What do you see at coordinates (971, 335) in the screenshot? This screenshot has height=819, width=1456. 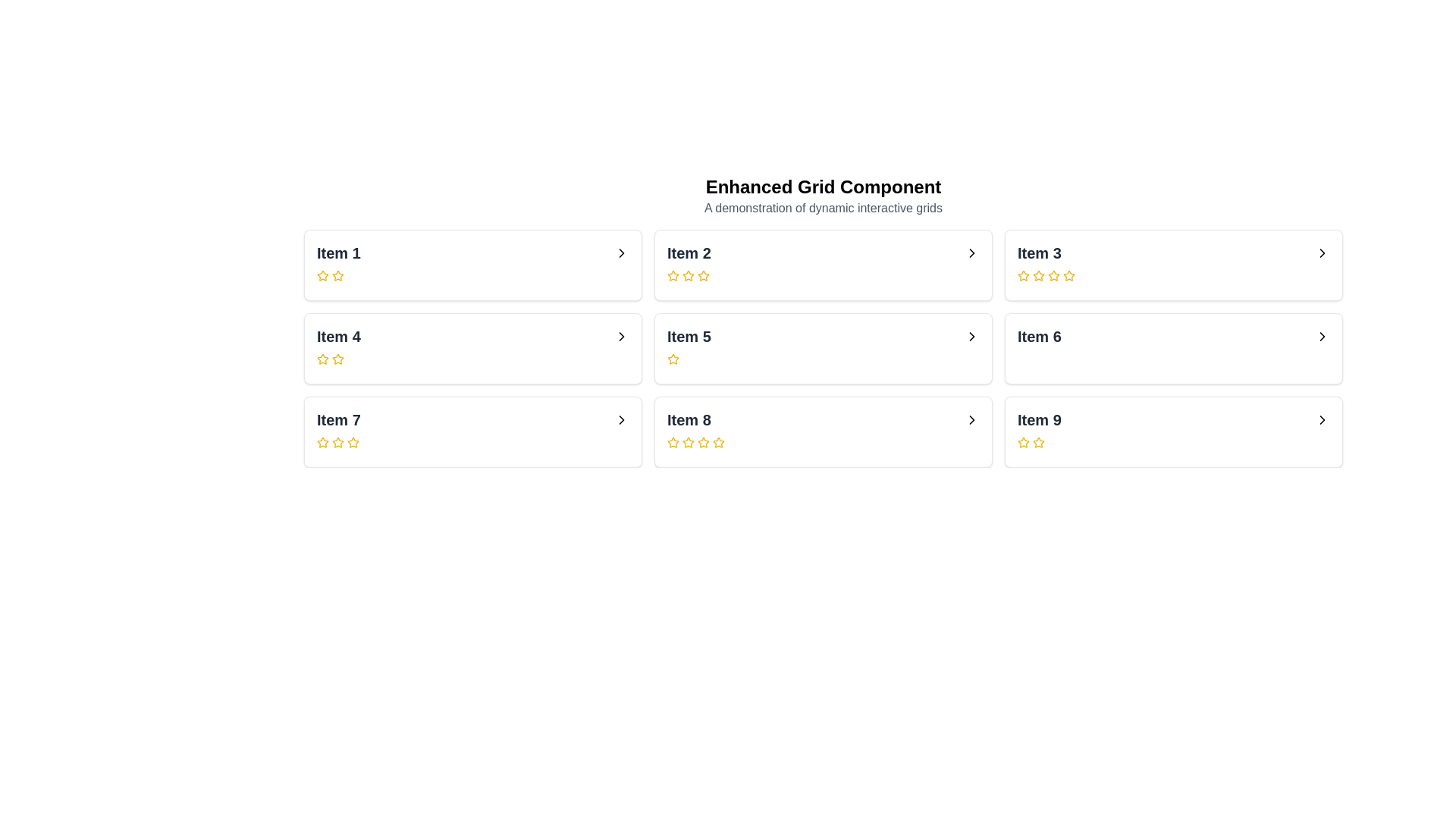 I see `the right-pointing chevron icon button located at the far right of the box labeled Item 5` at bounding box center [971, 335].